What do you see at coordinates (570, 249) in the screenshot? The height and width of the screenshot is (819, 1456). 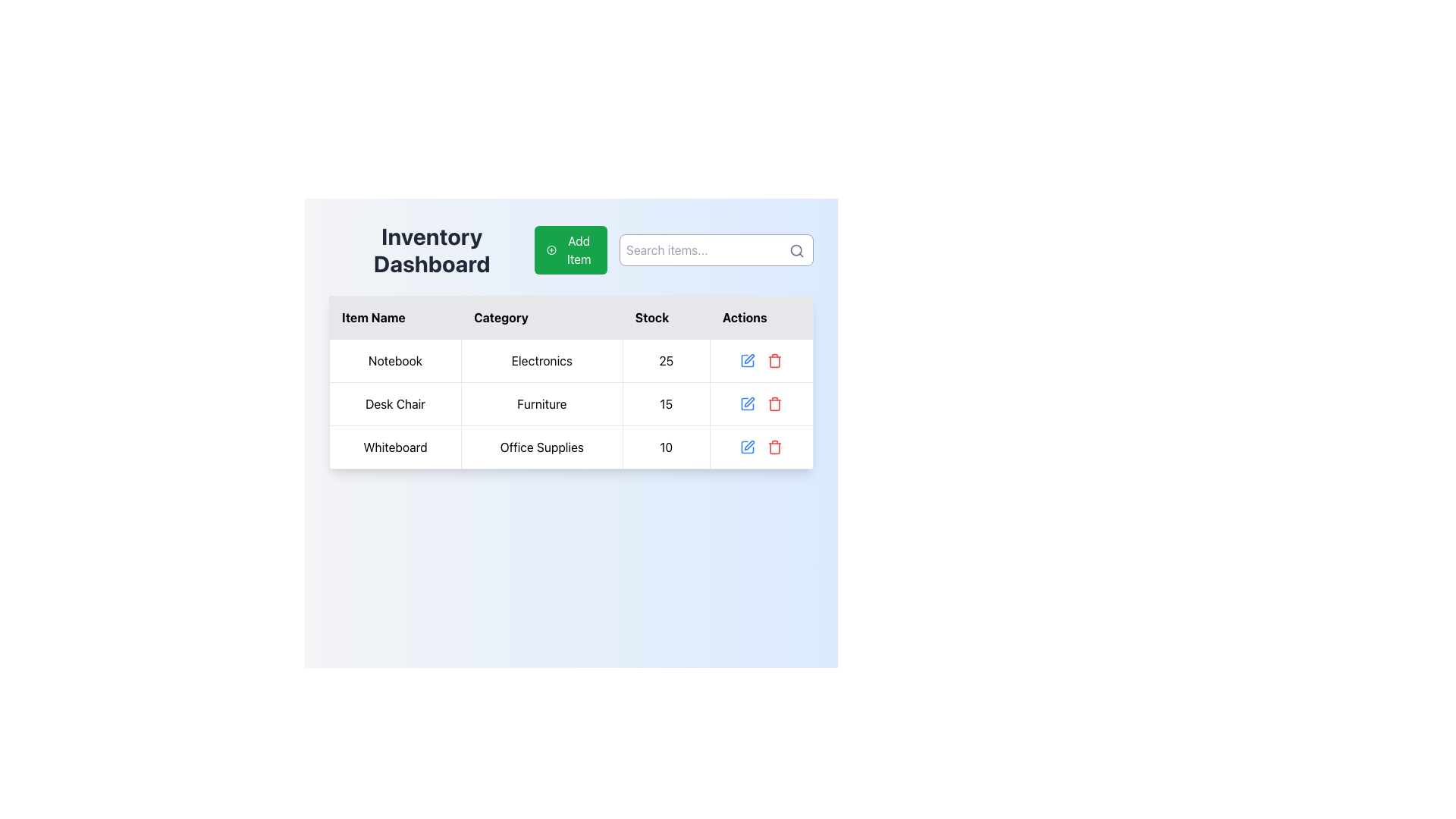 I see `the 'Add Item' button, which is a green rectangular button with rounded edges and white text, located in the upper-right section of the dashboard adjacent to the search bar` at bounding box center [570, 249].